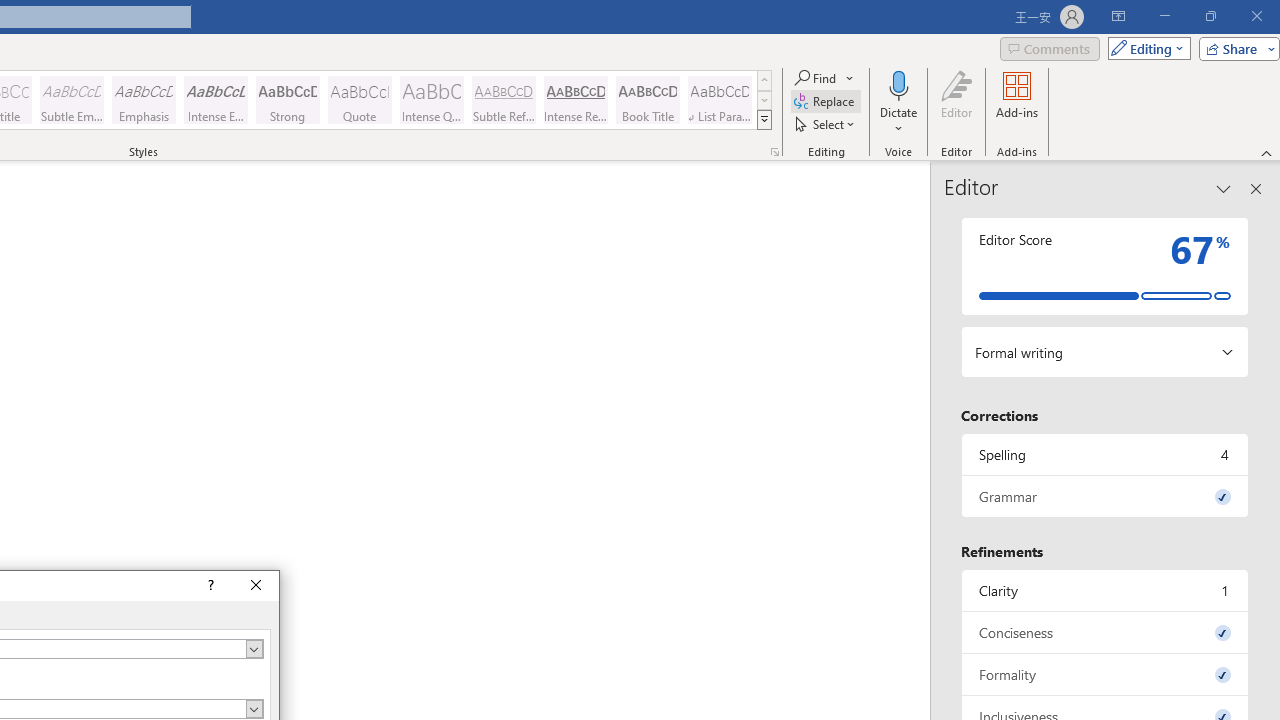 This screenshot has width=1280, height=720. Describe the element at coordinates (216, 100) in the screenshot. I see `'Intense Emphasis'` at that location.